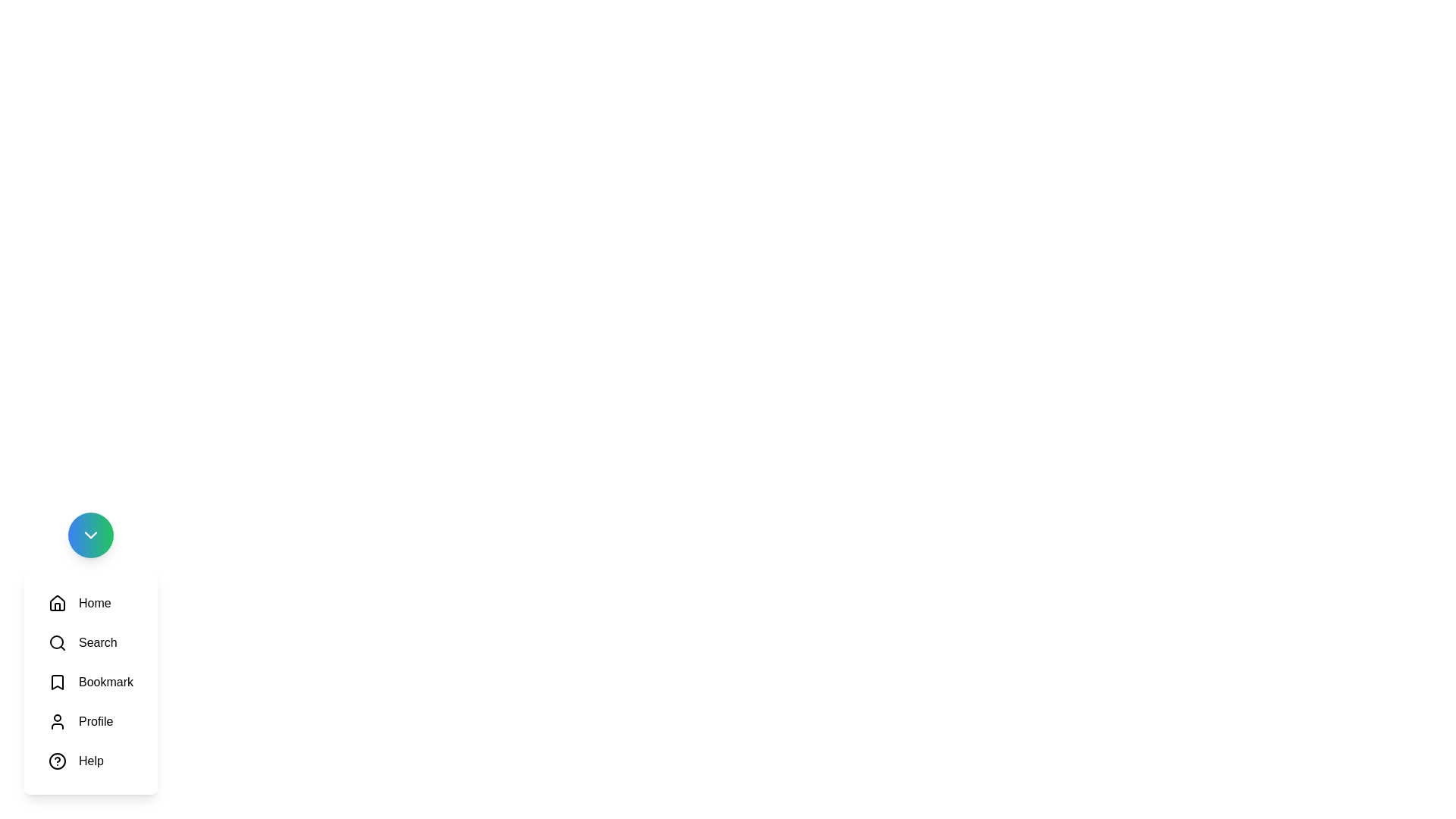  What do you see at coordinates (79, 602) in the screenshot?
I see `the Home option in the menu` at bounding box center [79, 602].